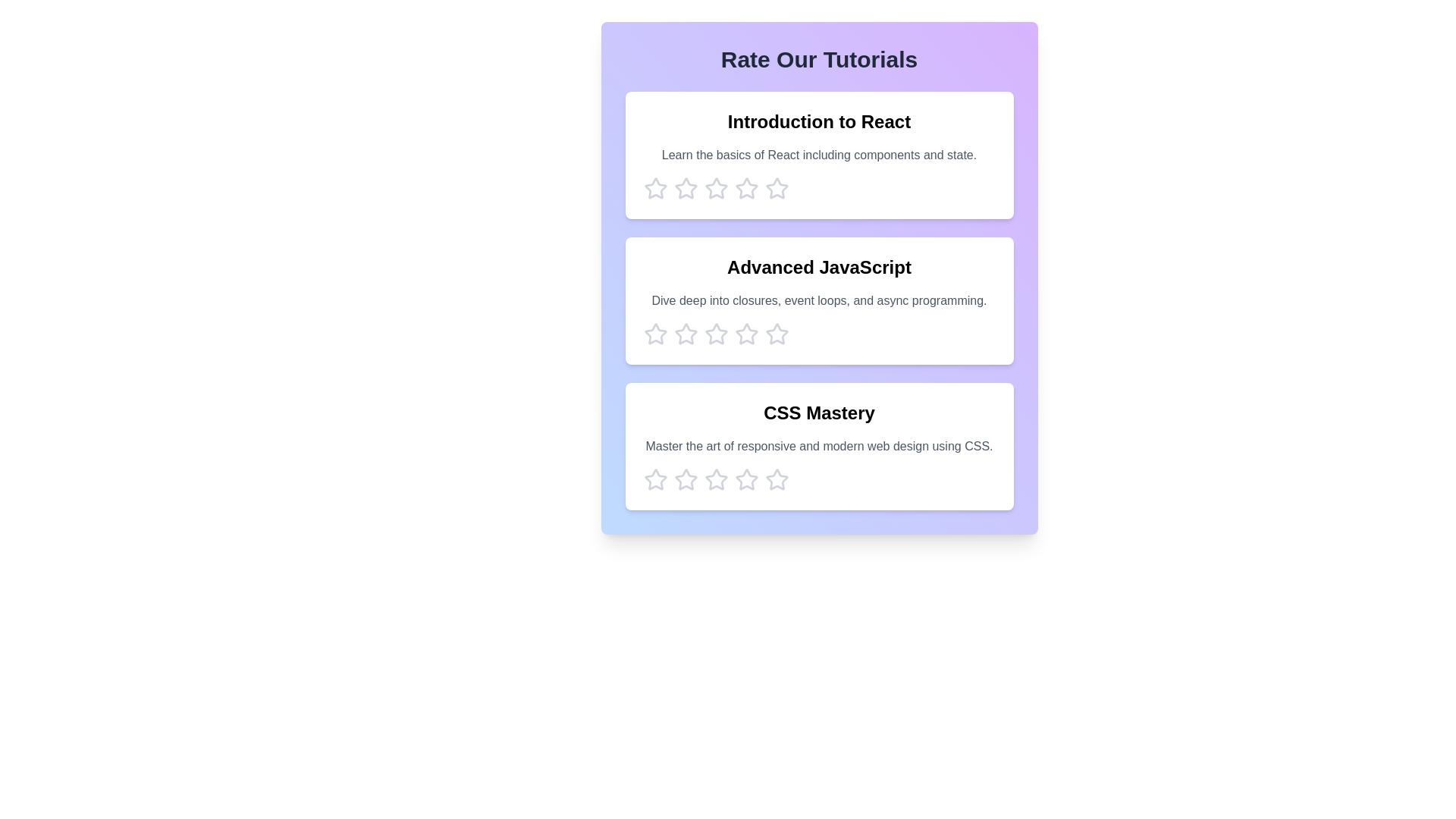 This screenshot has height=819, width=1456. Describe the element at coordinates (777, 188) in the screenshot. I see `the rating for a tutorial to 5 stars` at that location.